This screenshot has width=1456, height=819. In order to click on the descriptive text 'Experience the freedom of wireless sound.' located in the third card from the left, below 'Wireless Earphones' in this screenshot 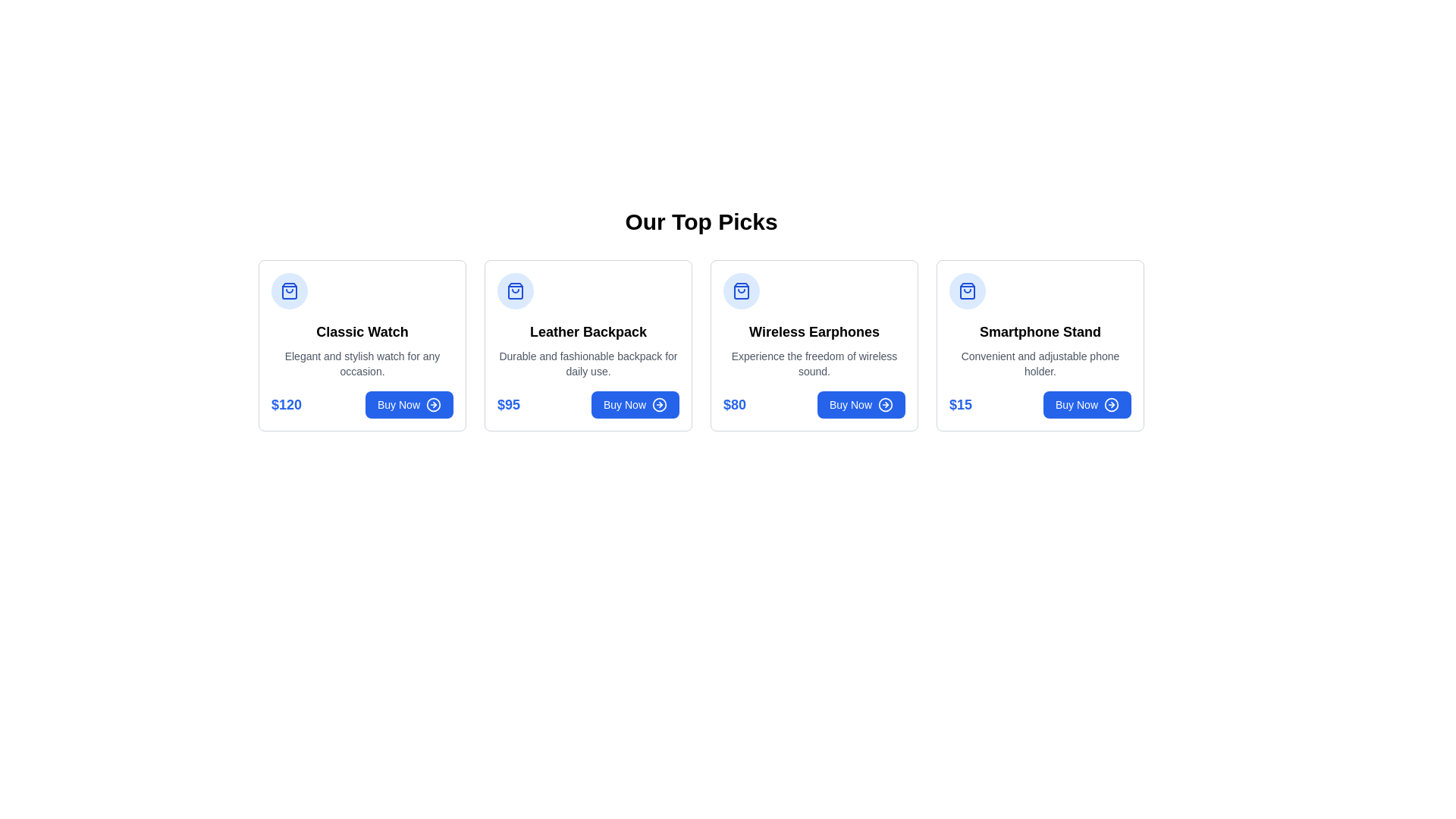, I will do `click(814, 363)`.